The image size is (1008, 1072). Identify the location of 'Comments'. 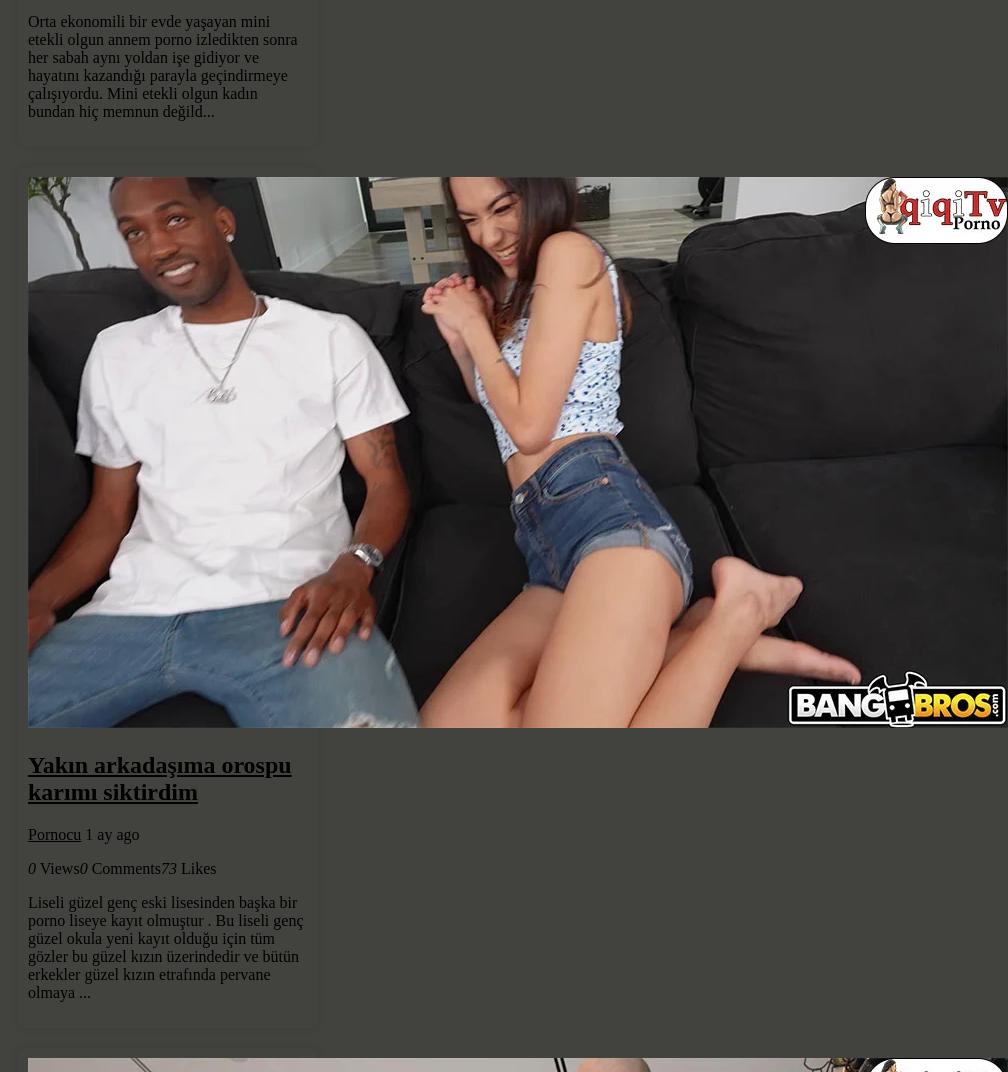
(125, 867).